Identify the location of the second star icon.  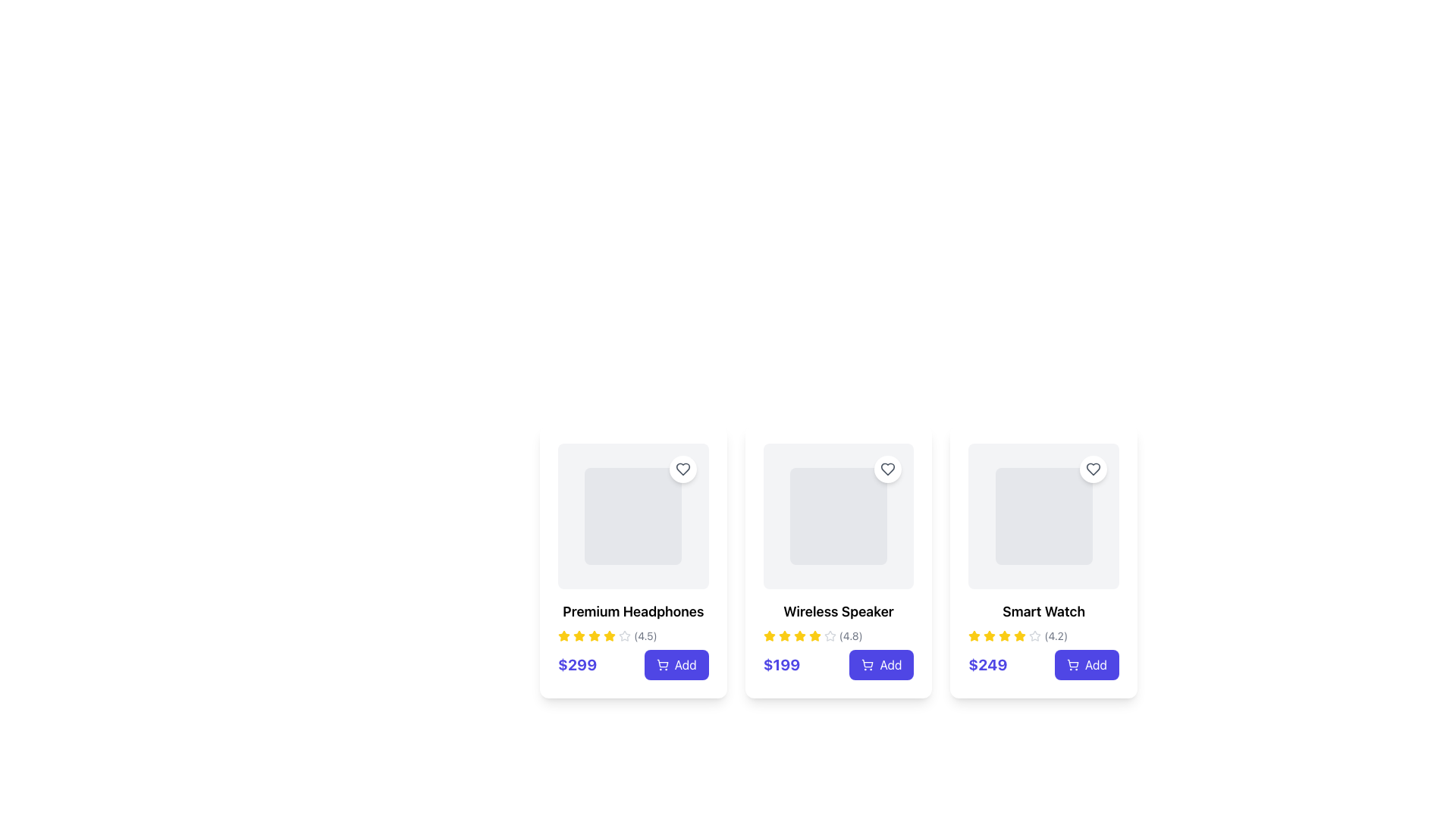
(783, 636).